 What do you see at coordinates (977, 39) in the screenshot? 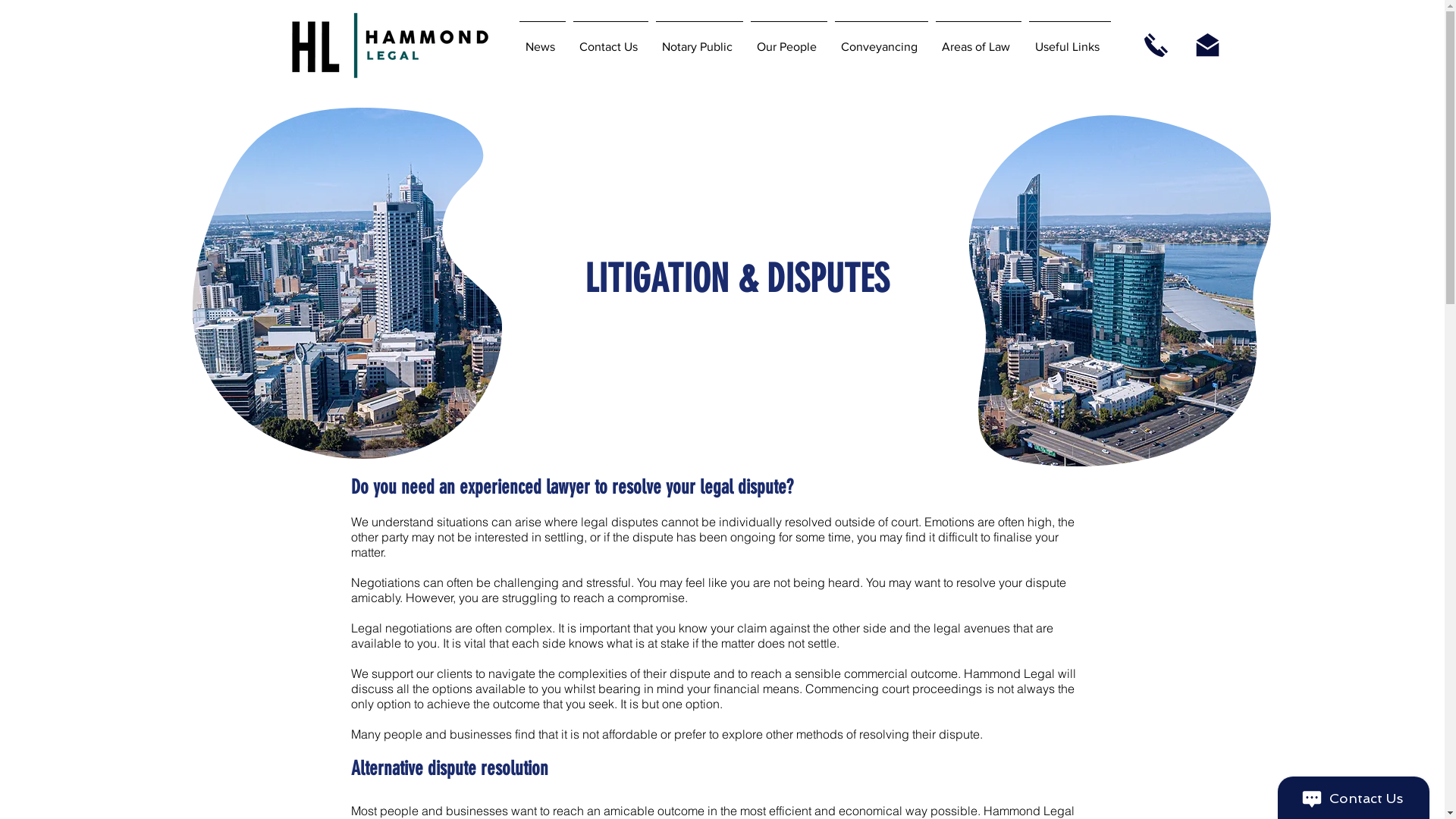
I see `'Areas of Law'` at bounding box center [977, 39].